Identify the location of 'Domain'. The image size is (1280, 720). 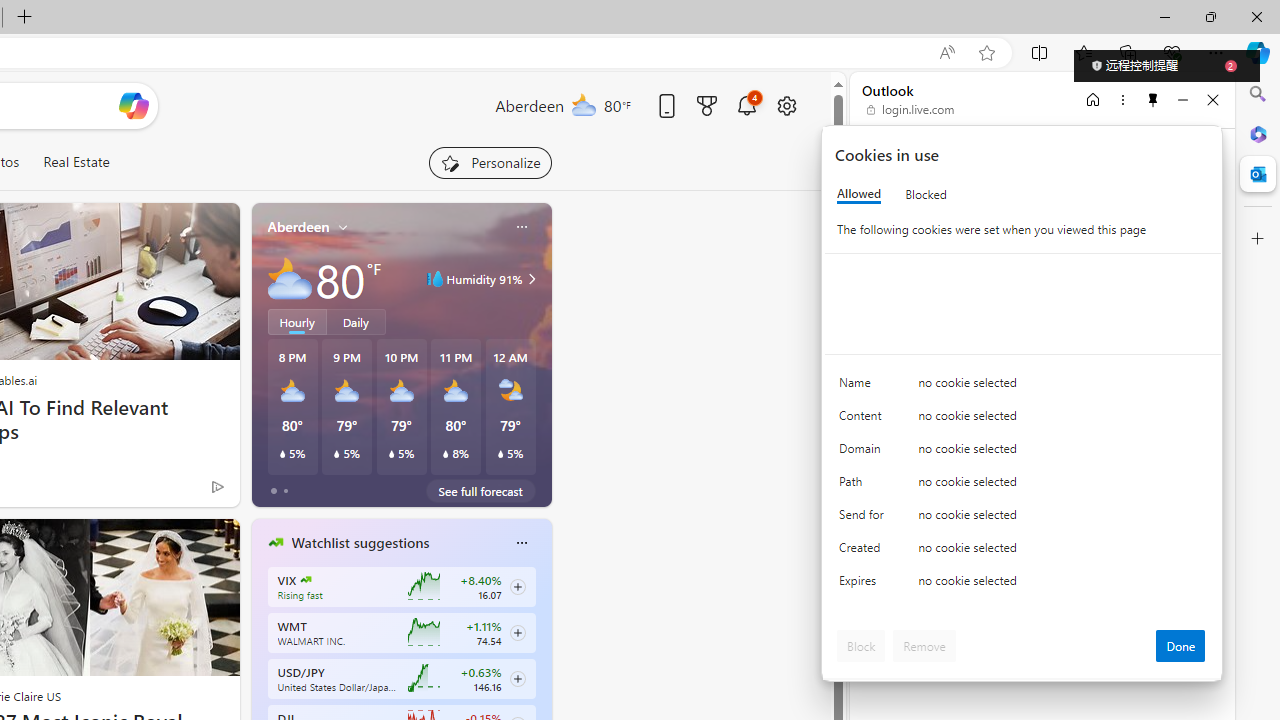
(865, 453).